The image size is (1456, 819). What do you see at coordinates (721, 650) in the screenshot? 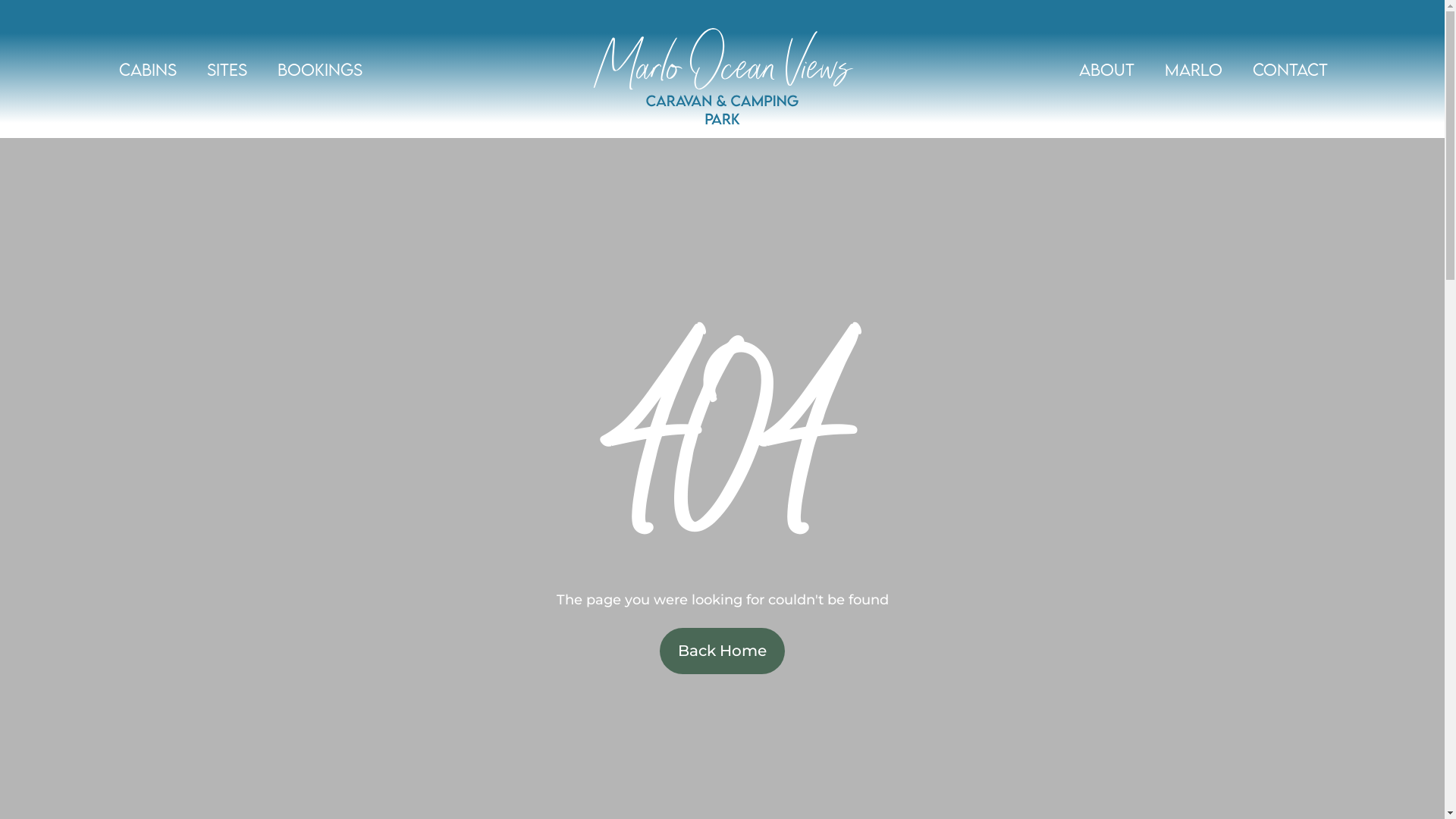
I see `'Back Home'` at bounding box center [721, 650].